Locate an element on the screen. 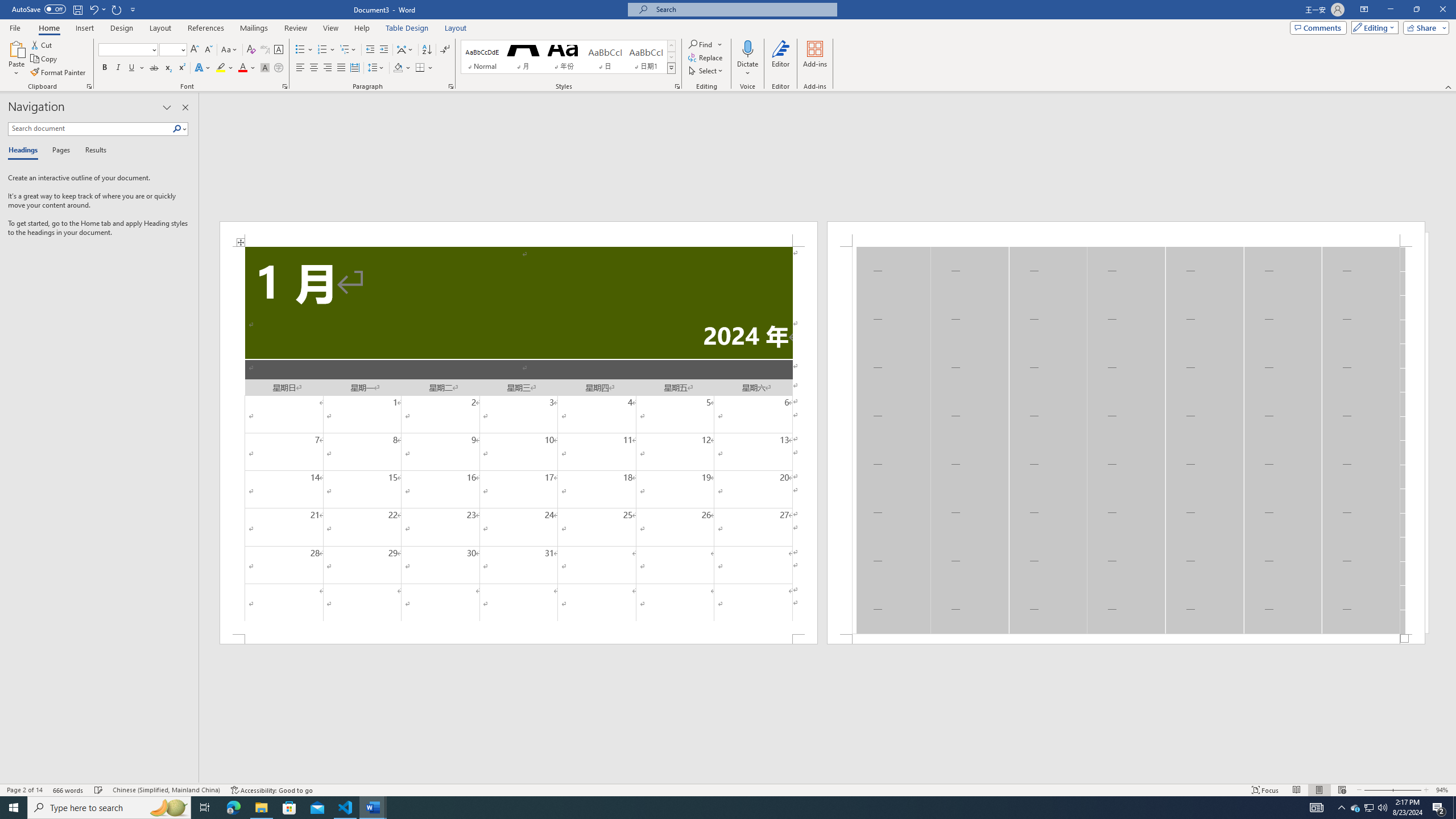 This screenshot has width=1456, height=819. 'Justify' is located at coordinates (341, 67).